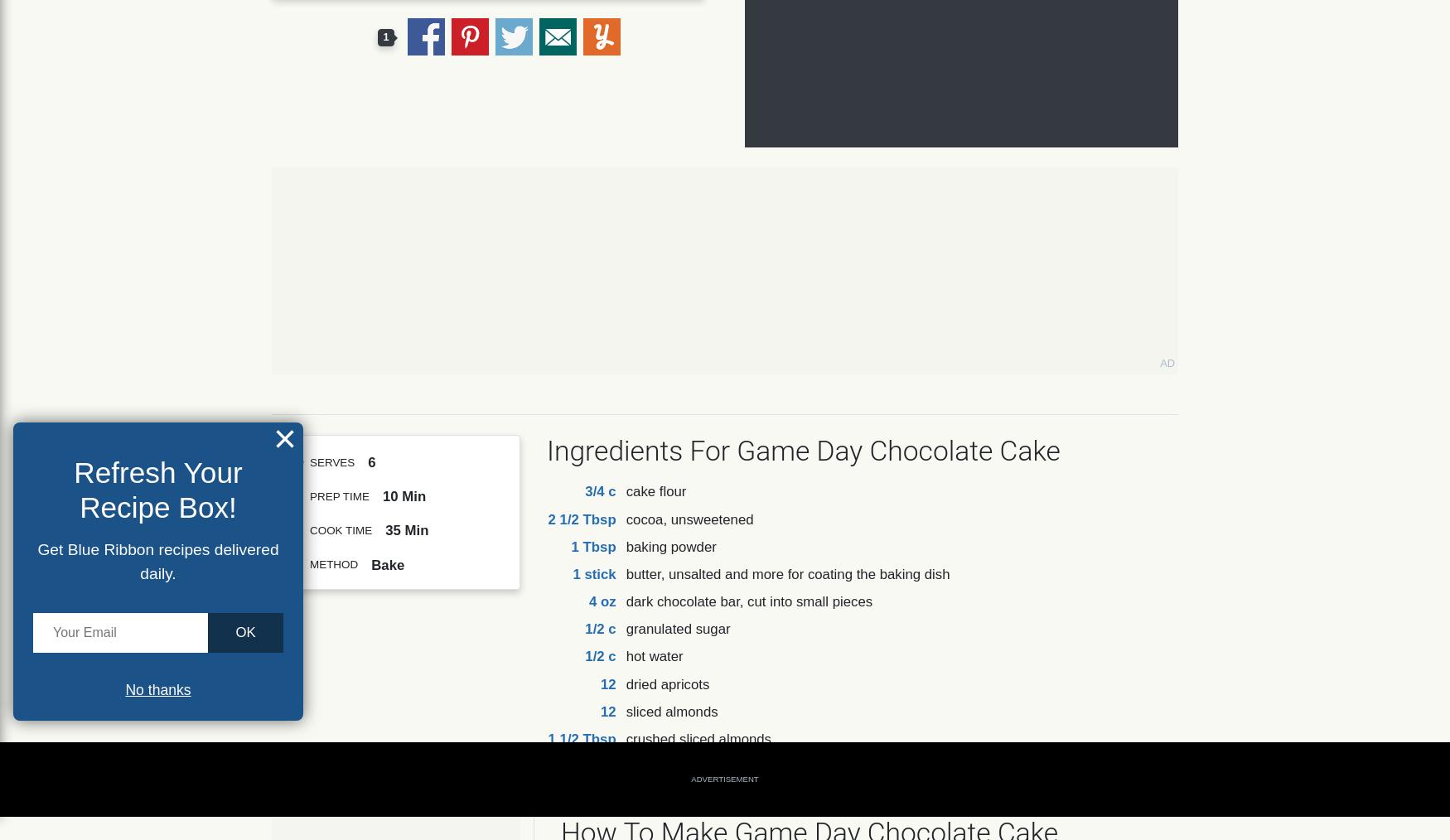 Image resolution: width=1450 pixels, height=840 pixels. I want to click on 'sliced almonds', so click(670, 710).